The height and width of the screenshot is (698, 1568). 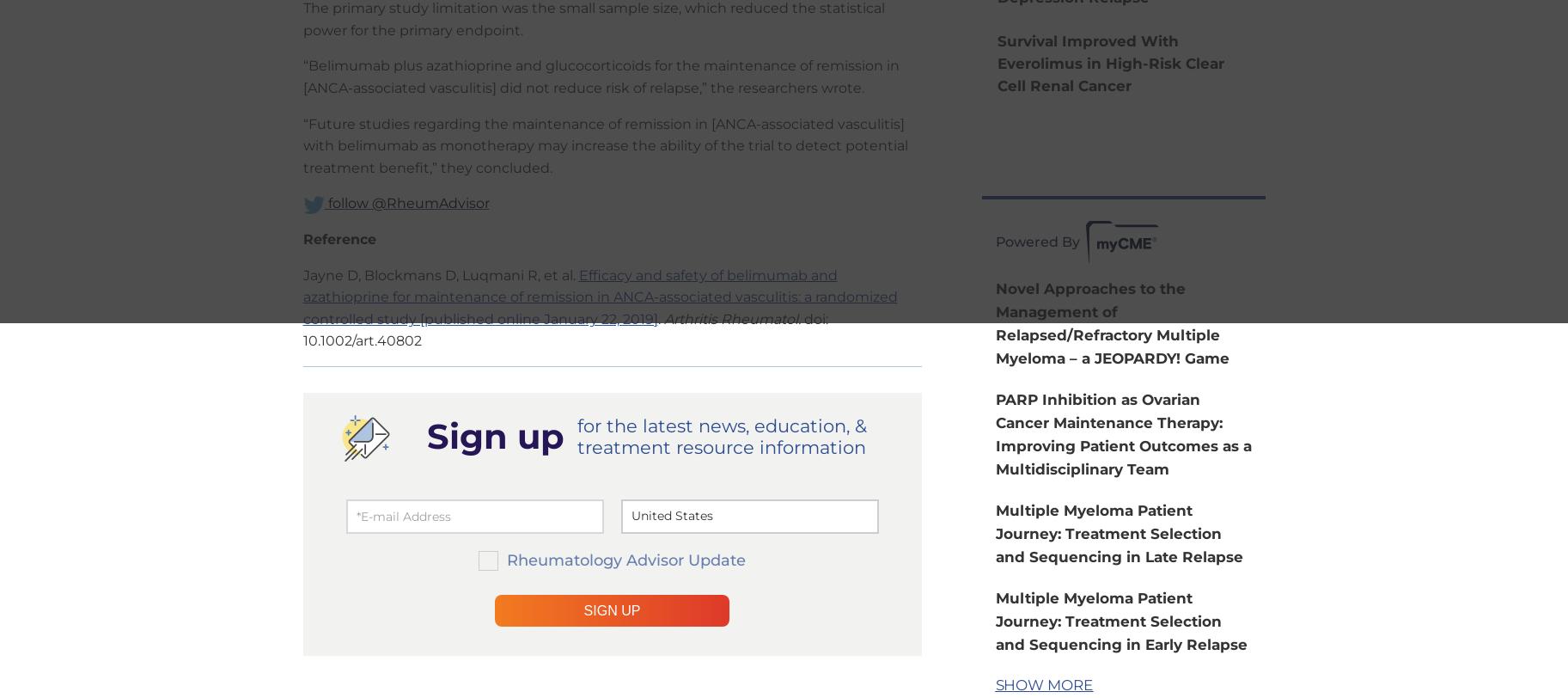 I want to click on 'The primary study limitation was the small sample size, which reduced the statistical power for the primary endpoint.', so click(x=593, y=19).